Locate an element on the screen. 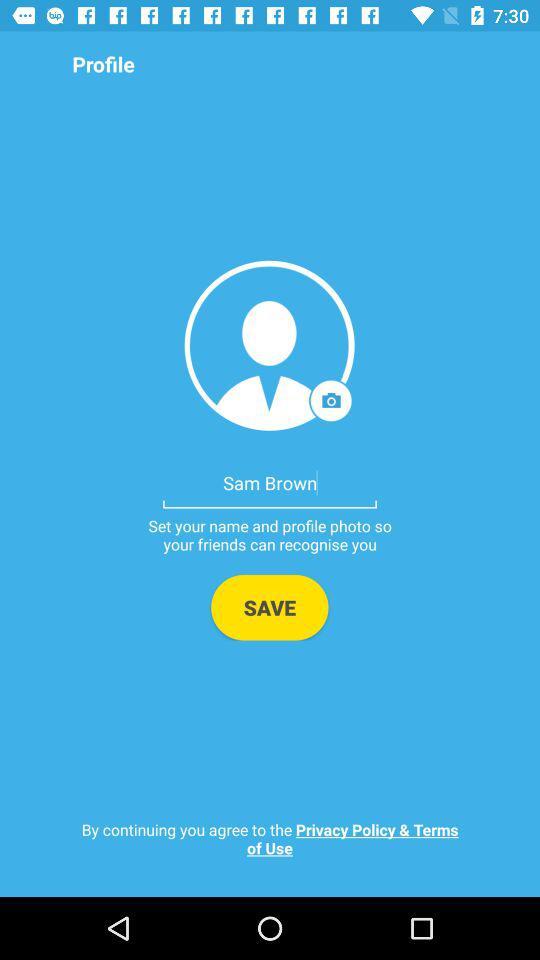 Image resolution: width=540 pixels, height=960 pixels. profile is located at coordinates (269, 345).